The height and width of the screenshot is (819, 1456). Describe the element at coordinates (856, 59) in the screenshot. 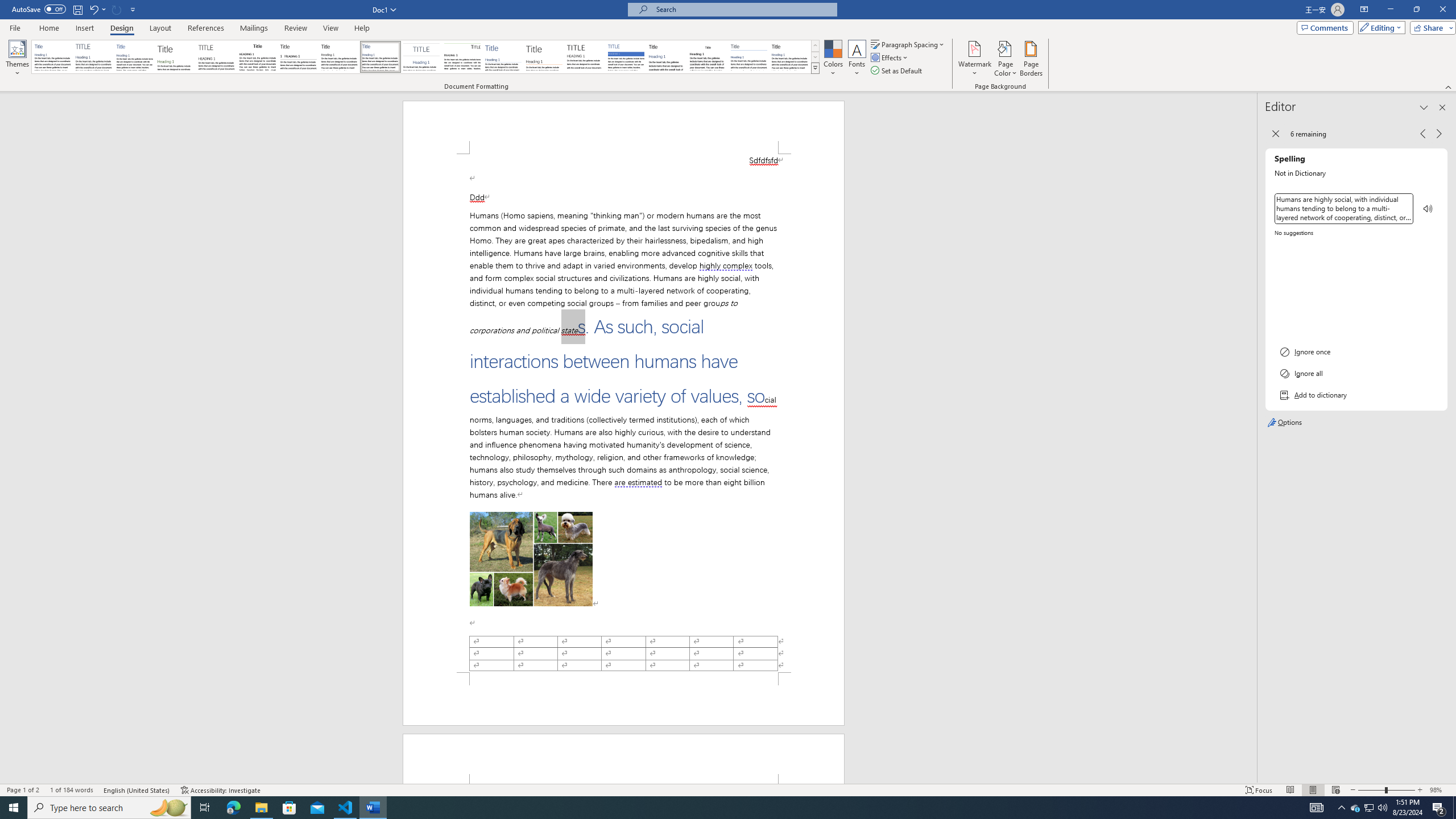

I see `'Fonts'` at that location.